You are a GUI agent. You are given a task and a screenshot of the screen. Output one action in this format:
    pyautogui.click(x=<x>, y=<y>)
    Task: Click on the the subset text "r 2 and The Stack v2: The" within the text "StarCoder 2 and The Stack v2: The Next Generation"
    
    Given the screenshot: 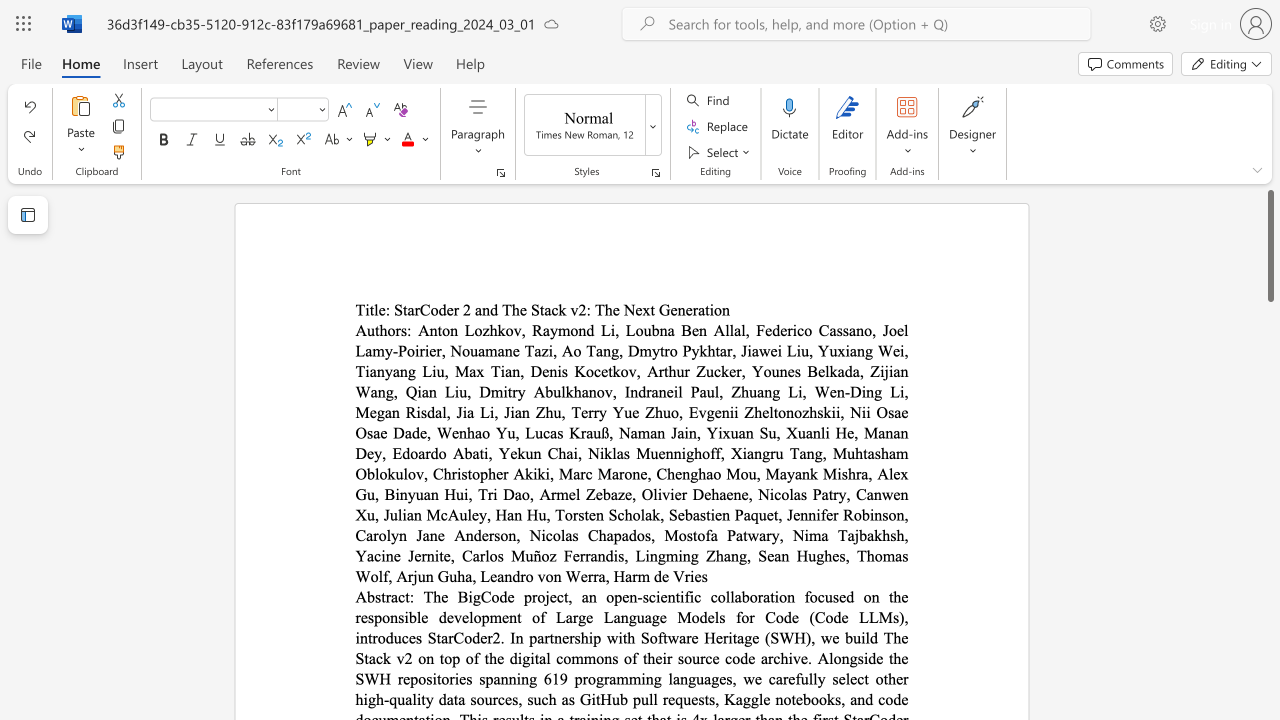 What is the action you would take?
    pyautogui.click(x=452, y=310)
    